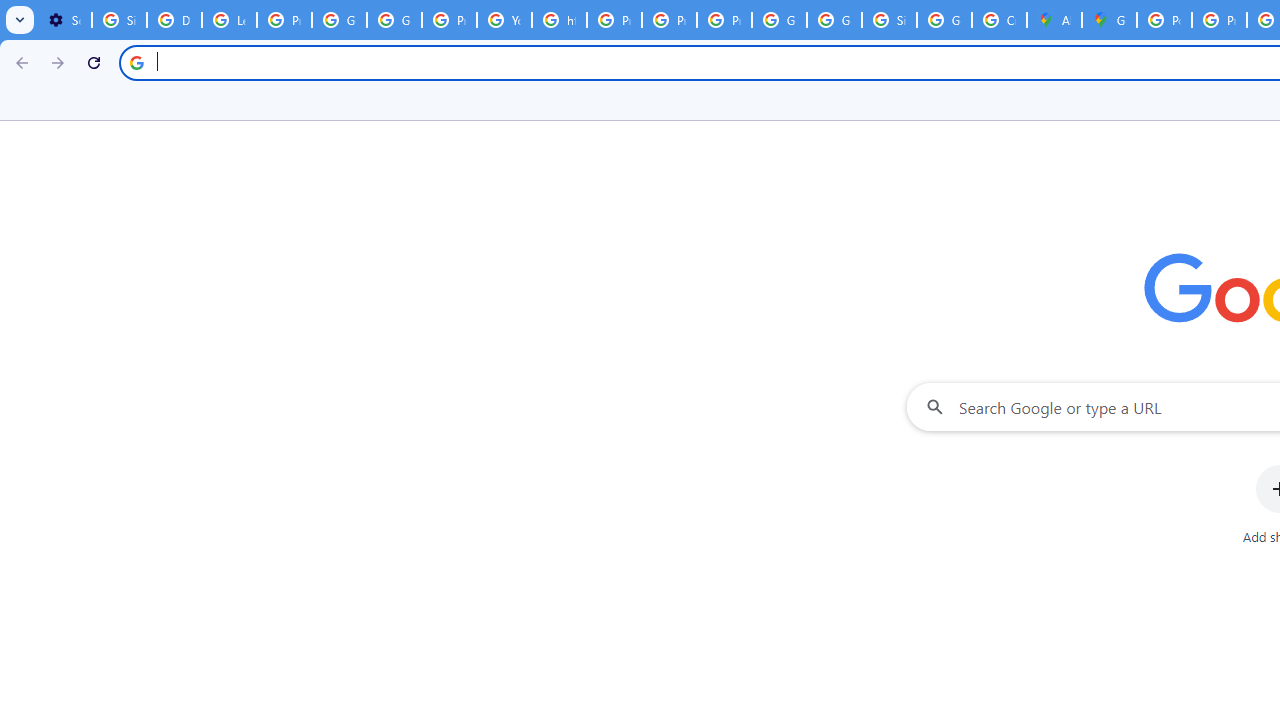 The height and width of the screenshot is (720, 1280). I want to click on 'Policy Accountability and Transparency - Transparency Center', so click(1164, 20).